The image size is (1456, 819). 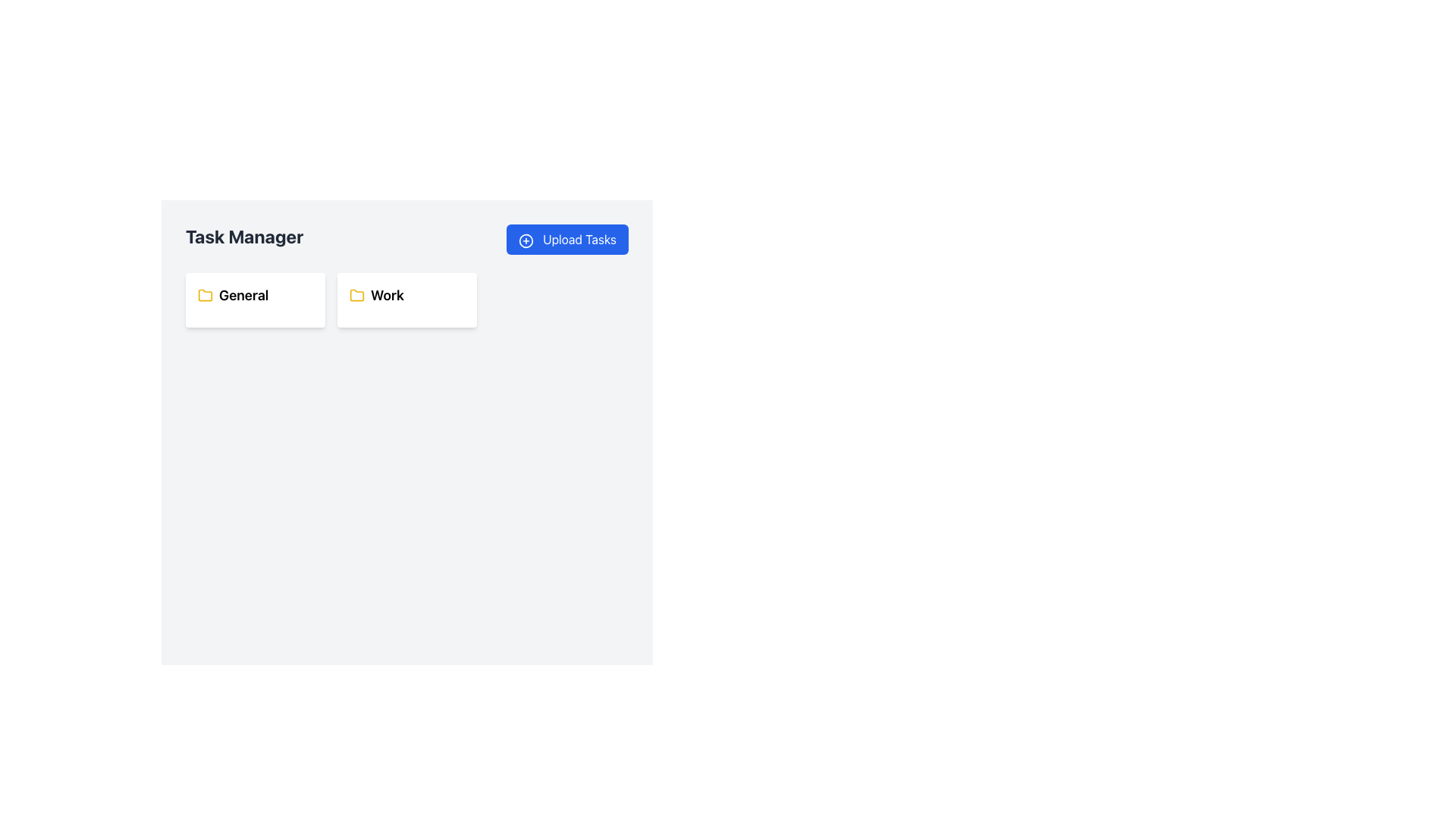 I want to click on the circular icon with a plus sign inside it, which is located to the left of the 'Upload Tasks' label in a blue rounded rectangle button at the top-right corner of the interface, so click(x=526, y=240).